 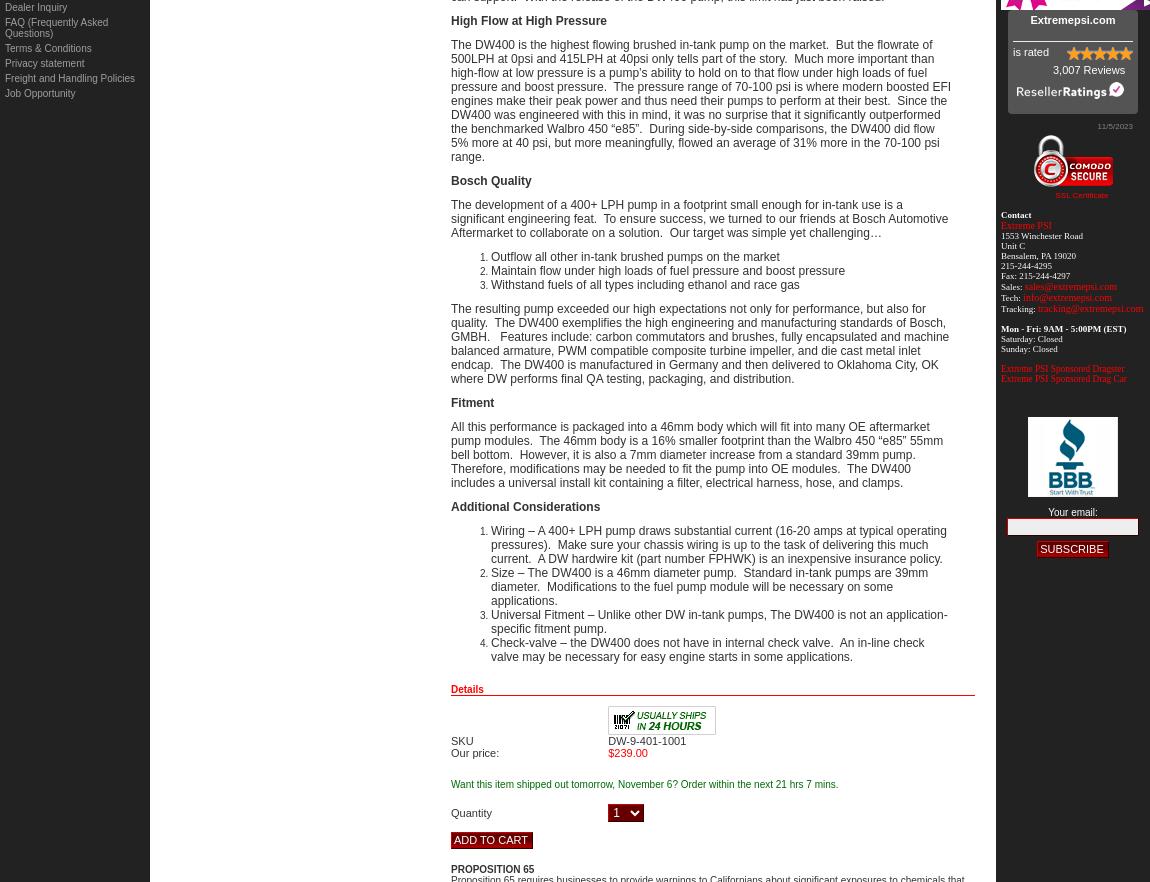 What do you see at coordinates (1000, 328) in the screenshot?
I see `'Mon - Fri: 9AM - 5:00PM (EST)'` at bounding box center [1000, 328].